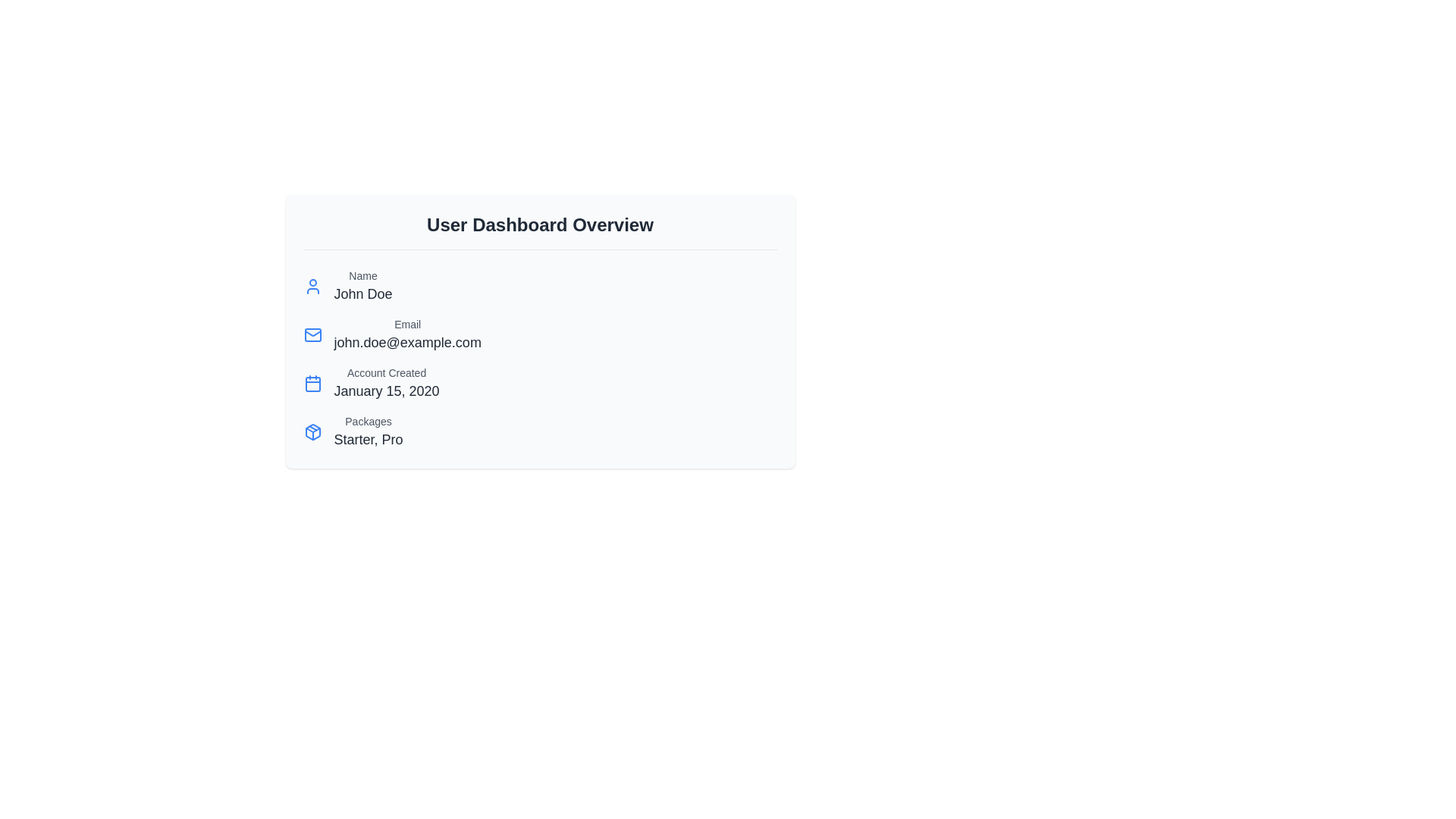 This screenshot has height=819, width=1456. Describe the element at coordinates (387, 373) in the screenshot. I see `the Static Text Label that provides information about the account creation, located below the email section and above the date text` at that location.